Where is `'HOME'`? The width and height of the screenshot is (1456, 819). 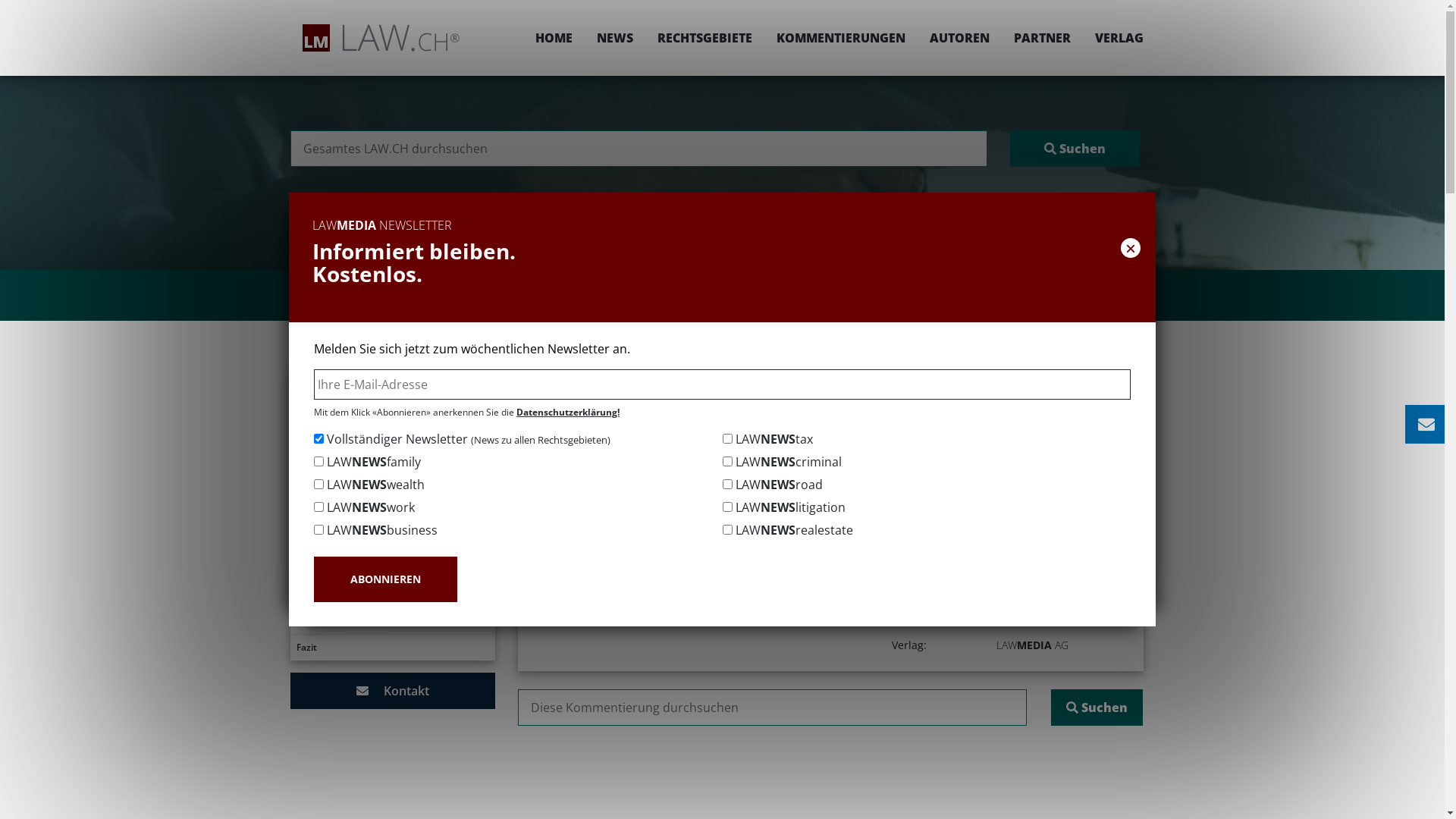 'HOME' is located at coordinates (553, 37).